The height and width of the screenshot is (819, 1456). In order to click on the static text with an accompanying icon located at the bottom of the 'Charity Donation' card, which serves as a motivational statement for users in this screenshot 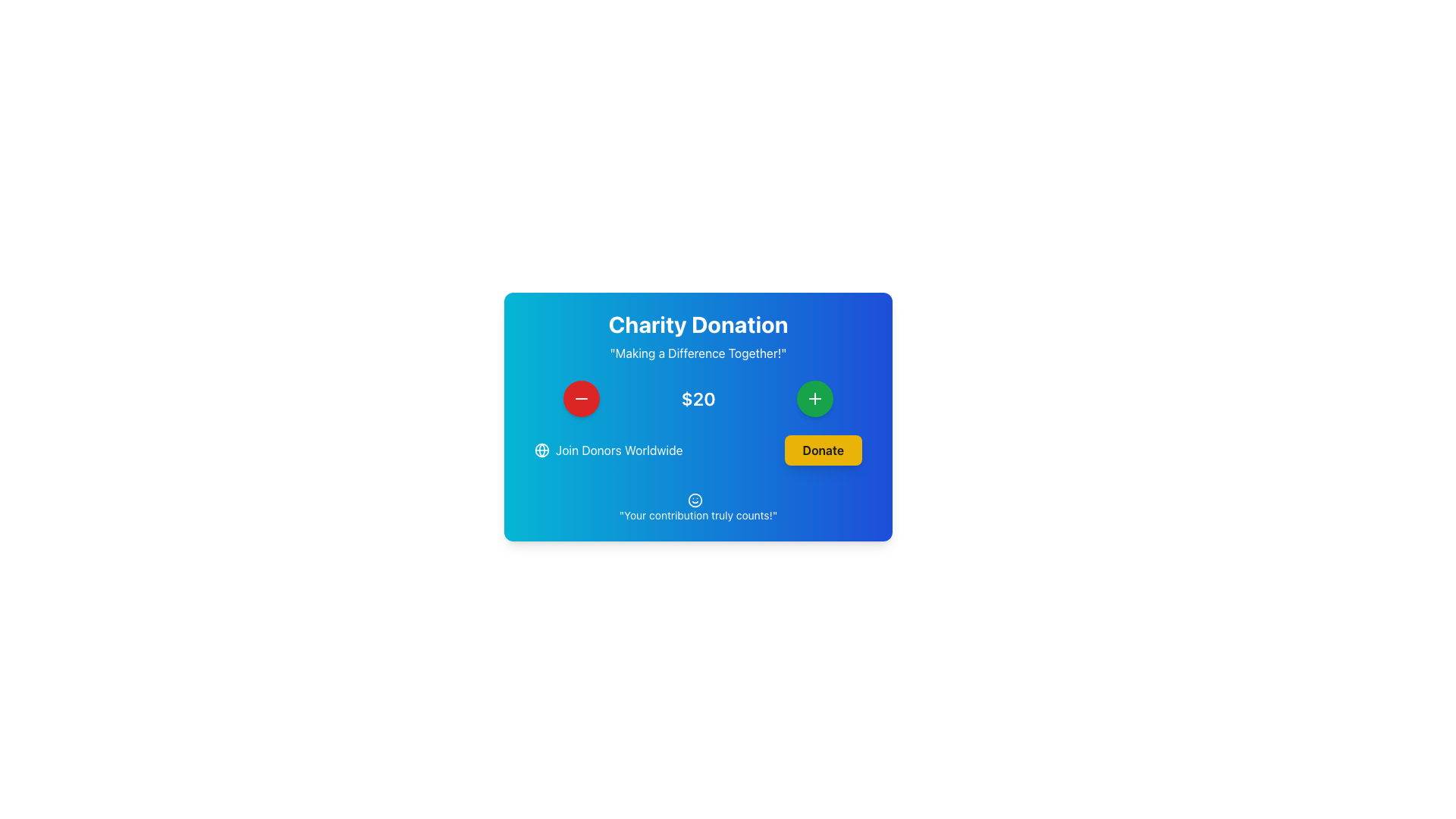, I will do `click(698, 506)`.